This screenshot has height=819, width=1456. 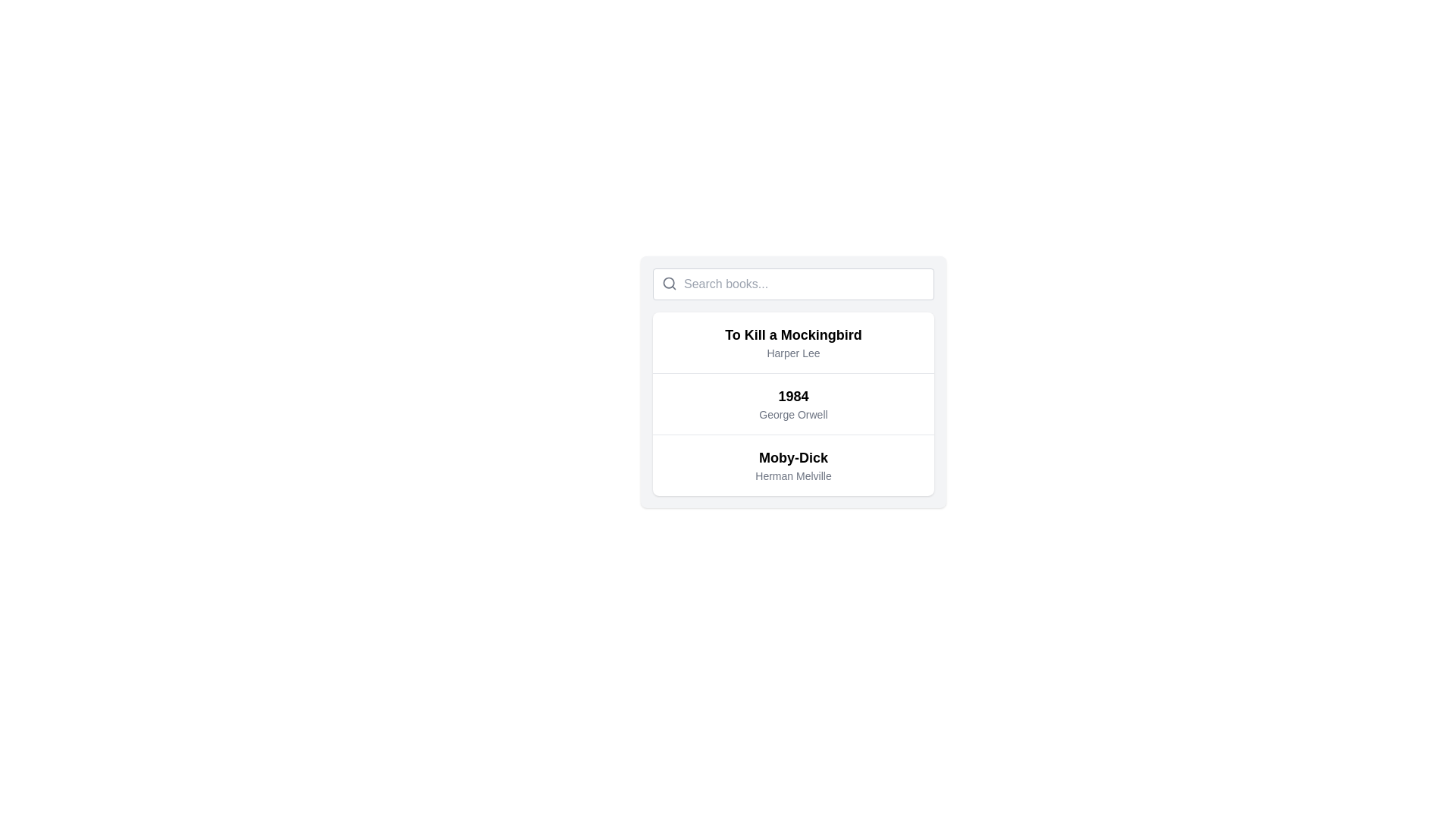 What do you see at coordinates (792, 396) in the screenshot?
I see `the text display component showing the title '1984' in the interactive list of books` at bounding box center [792, 396].